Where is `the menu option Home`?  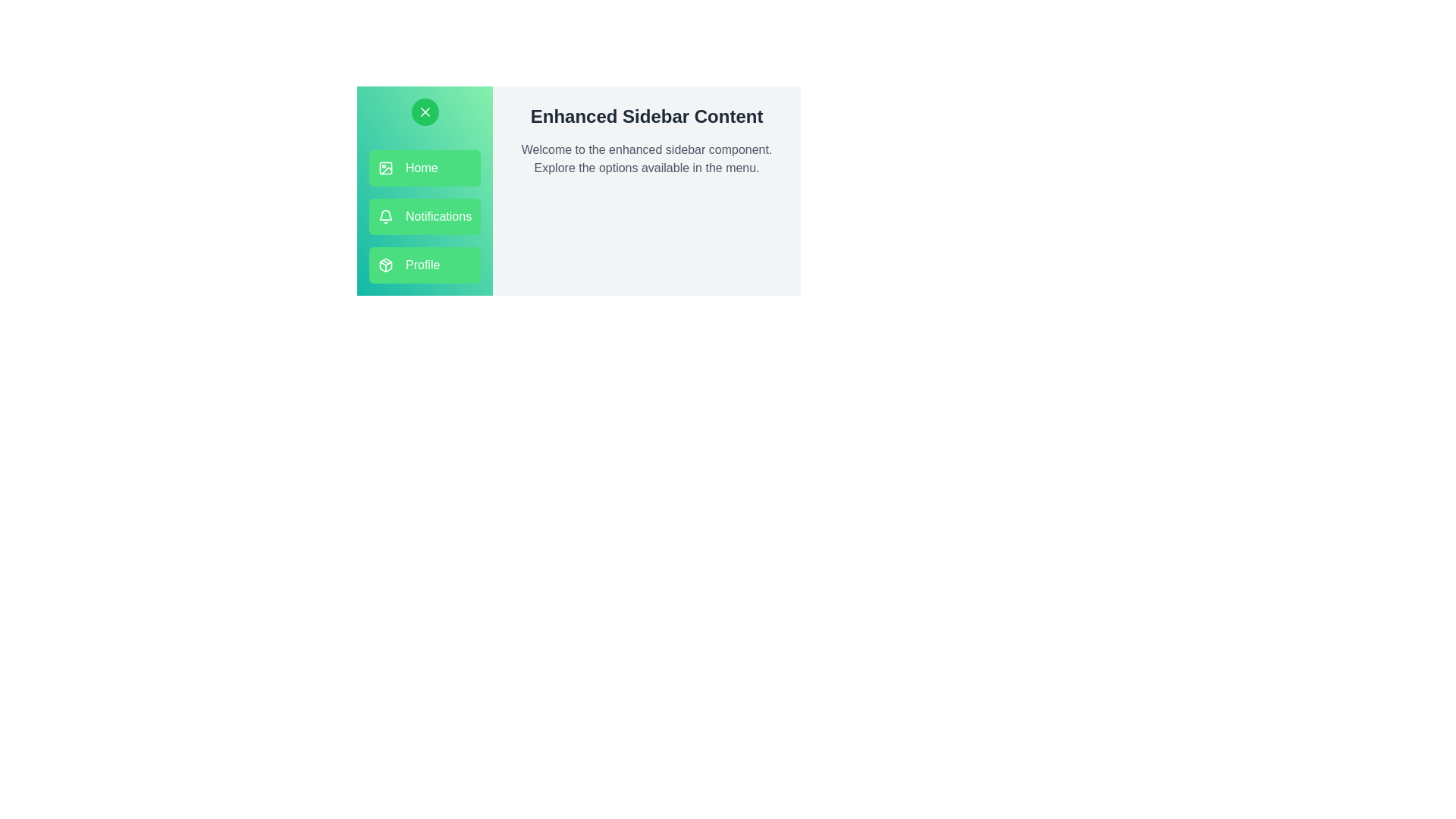 the menu option Home is located at coordinates (425, 168).